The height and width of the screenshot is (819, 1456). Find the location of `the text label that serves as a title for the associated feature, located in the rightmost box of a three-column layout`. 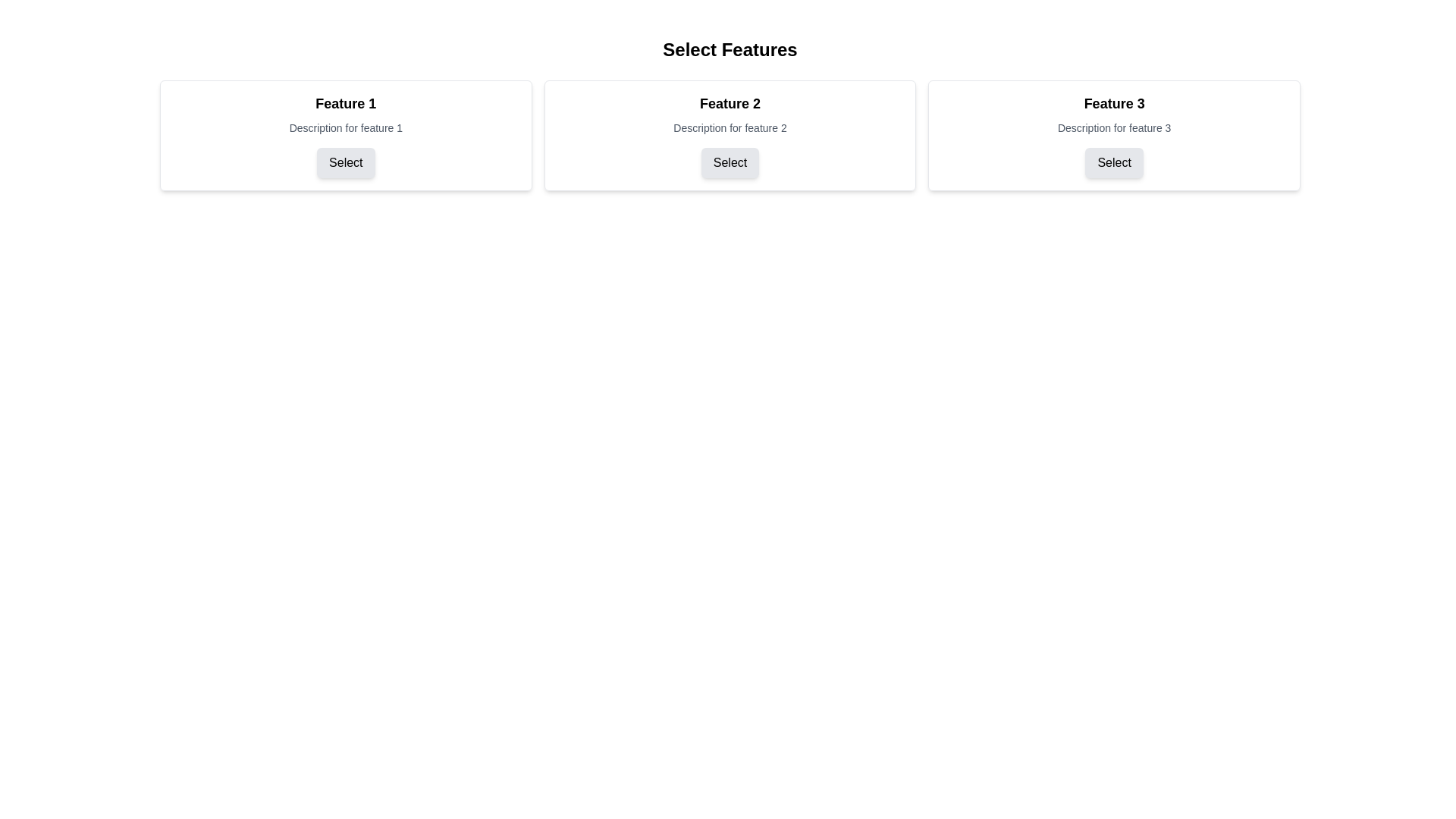

the text label that serves as a title for the associated feature, located in the rightmost box of a three-column layout is located at coordinates (1114, 103).